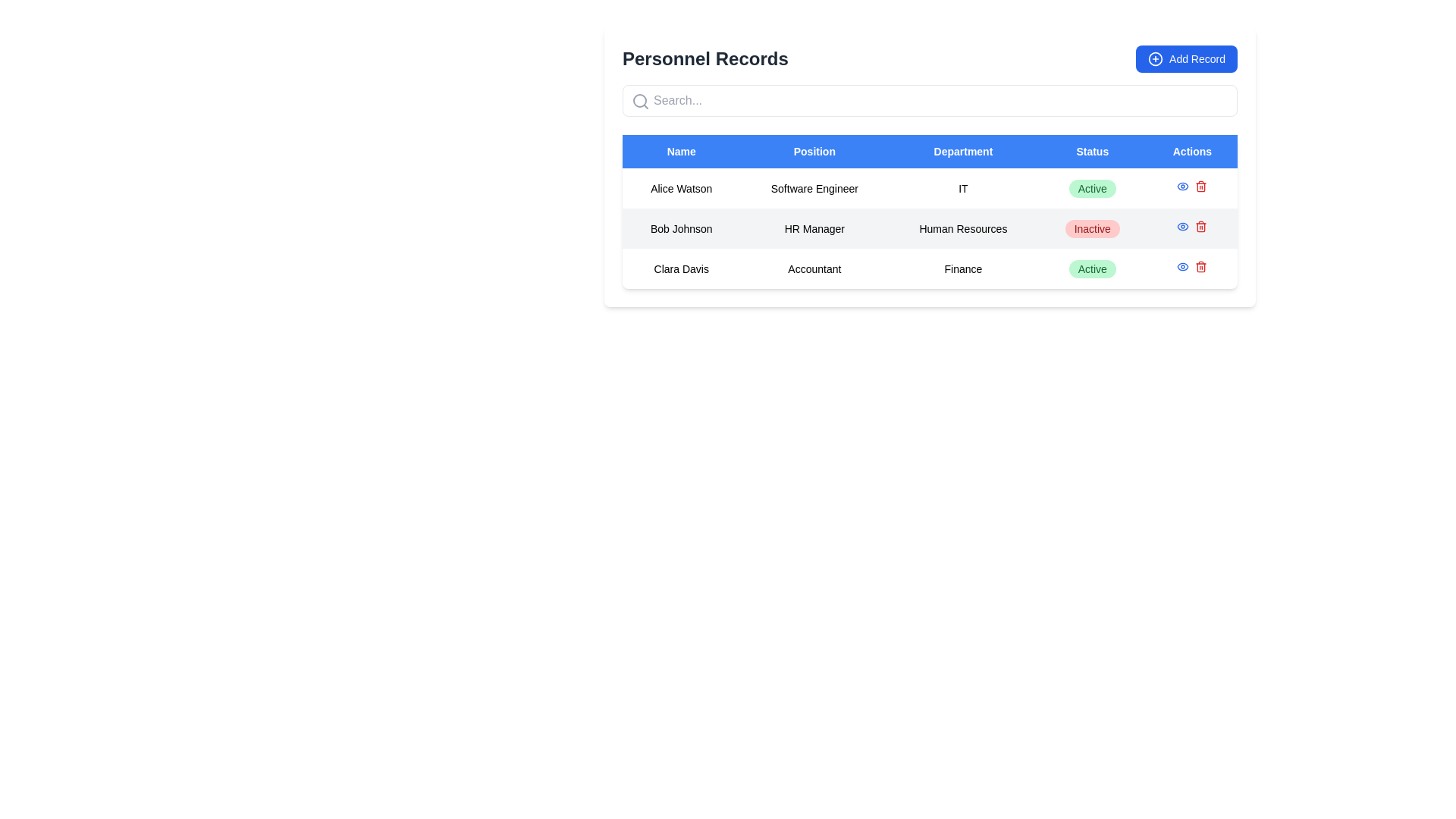 This screenshot has height=819, width=1456. What do you see at coordinates (962, 187) in the screenshot?
I see `the static text element indicating the department association for the individual in the first row of the table, specifically under the 'Department' header, located between 'Software Engineer' and 'Active'` at bounding box center [962, 187].